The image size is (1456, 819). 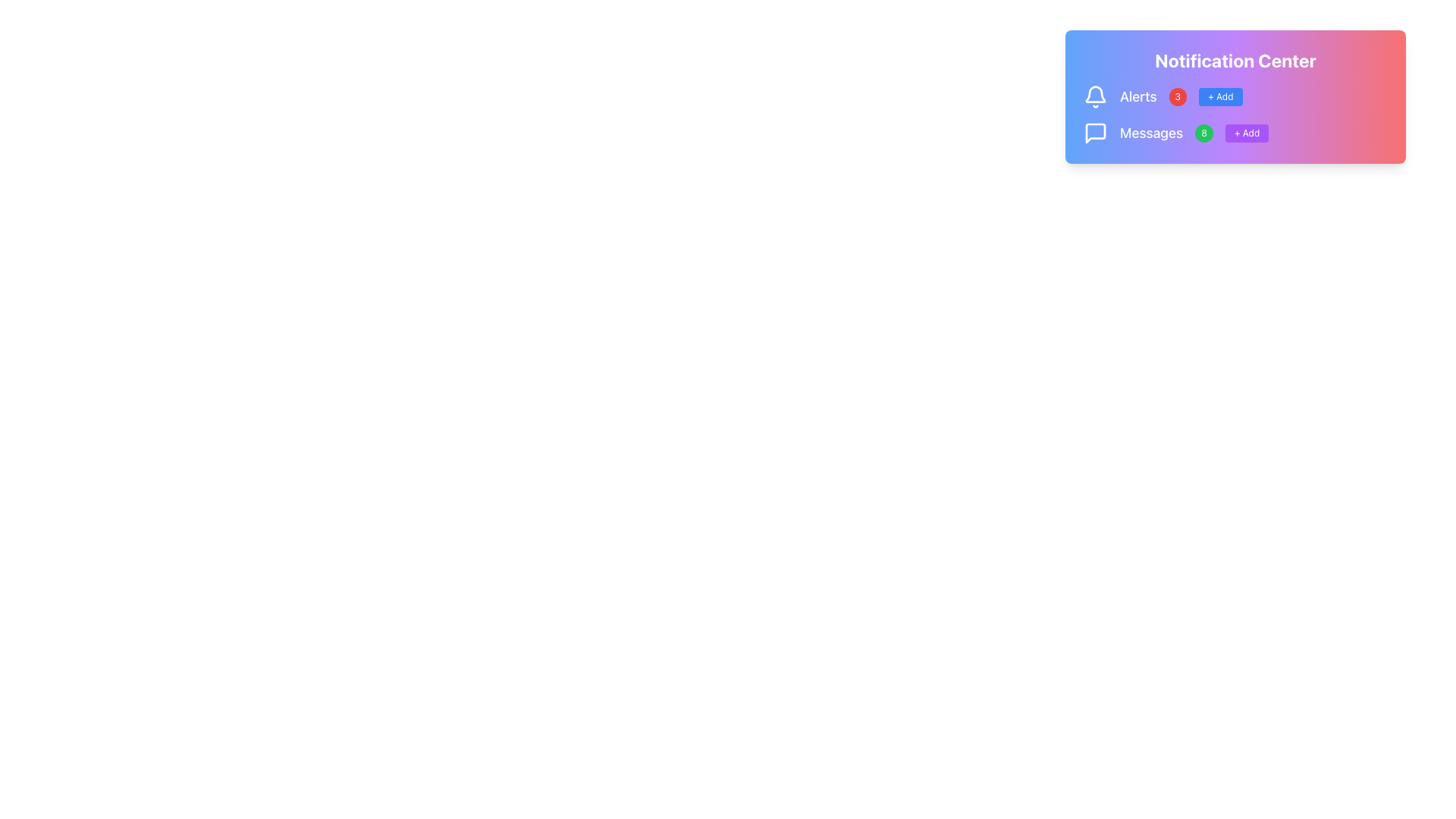 I want to click on the blue '+ Add' button located in the 'Alerts' section of the Notification Center, so click(x=1235, y=96).